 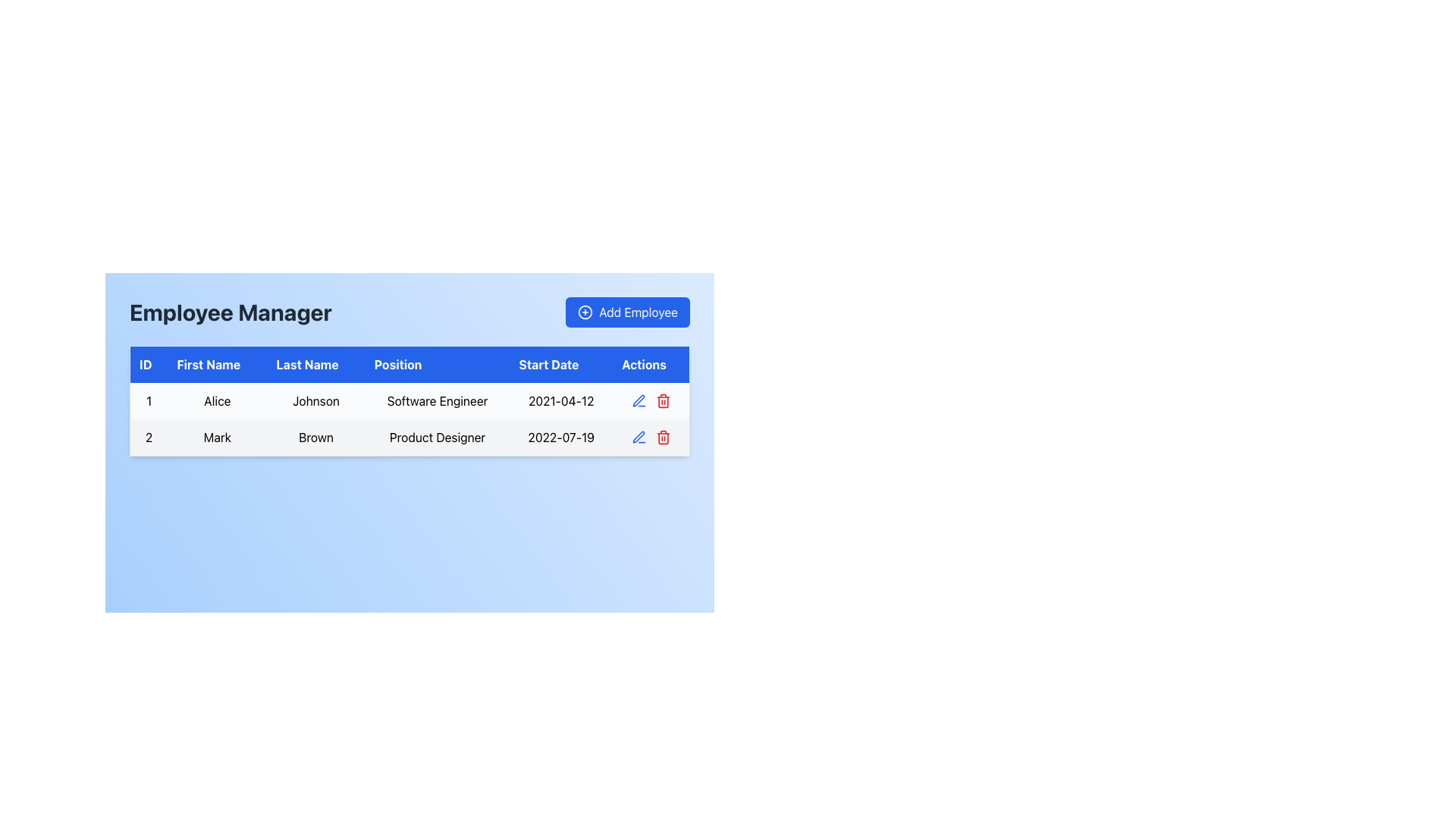 I want to click on the 'Actions' column header, which is the last column in the table and located to the right of the 'Start Date' column header, so click(x=651, y=364).